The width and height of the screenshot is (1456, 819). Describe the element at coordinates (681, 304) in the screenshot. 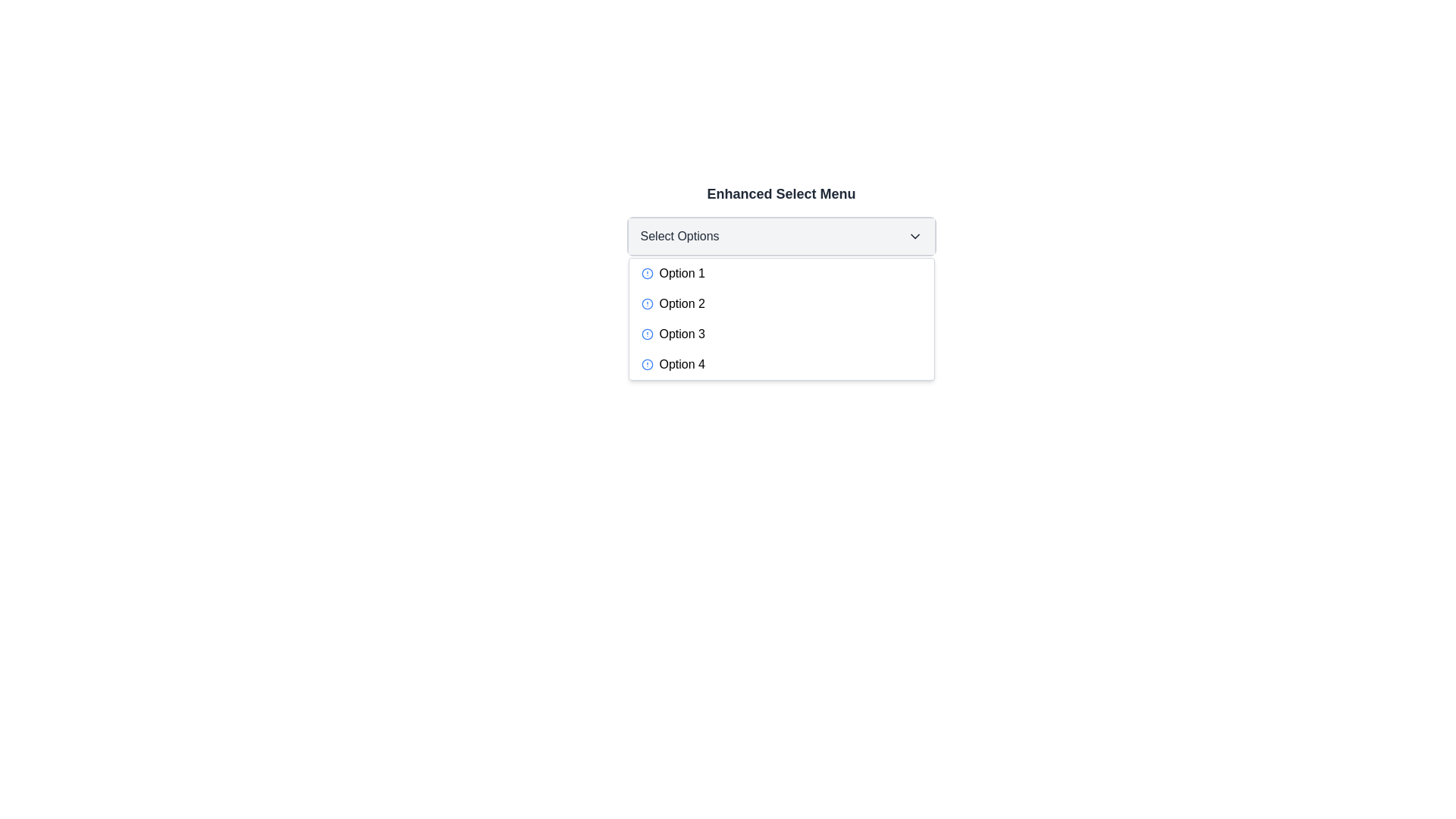

I see `the second selectable option in the dropdown menu` at that location.